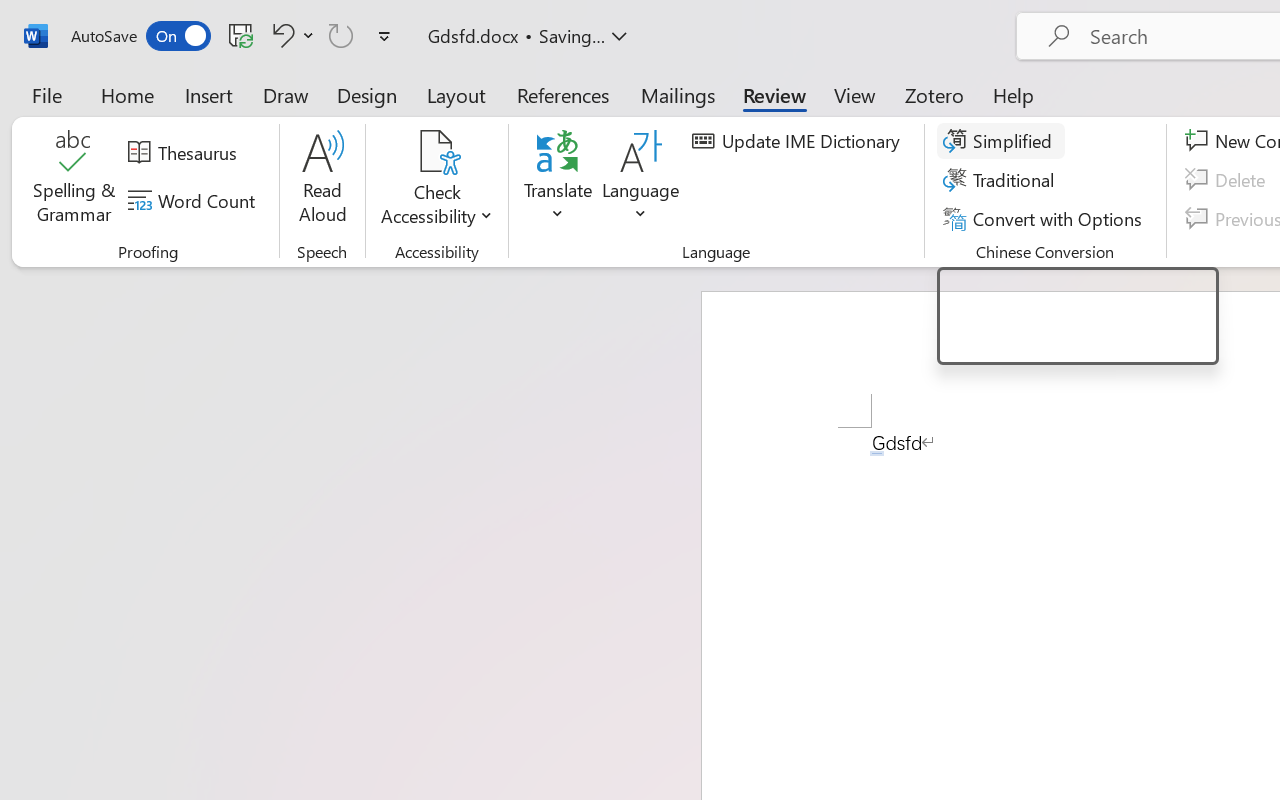  Describe the element at coordinates (798, 141) in the screenshot. I see `'Update IME Dictionary...'` at that location.